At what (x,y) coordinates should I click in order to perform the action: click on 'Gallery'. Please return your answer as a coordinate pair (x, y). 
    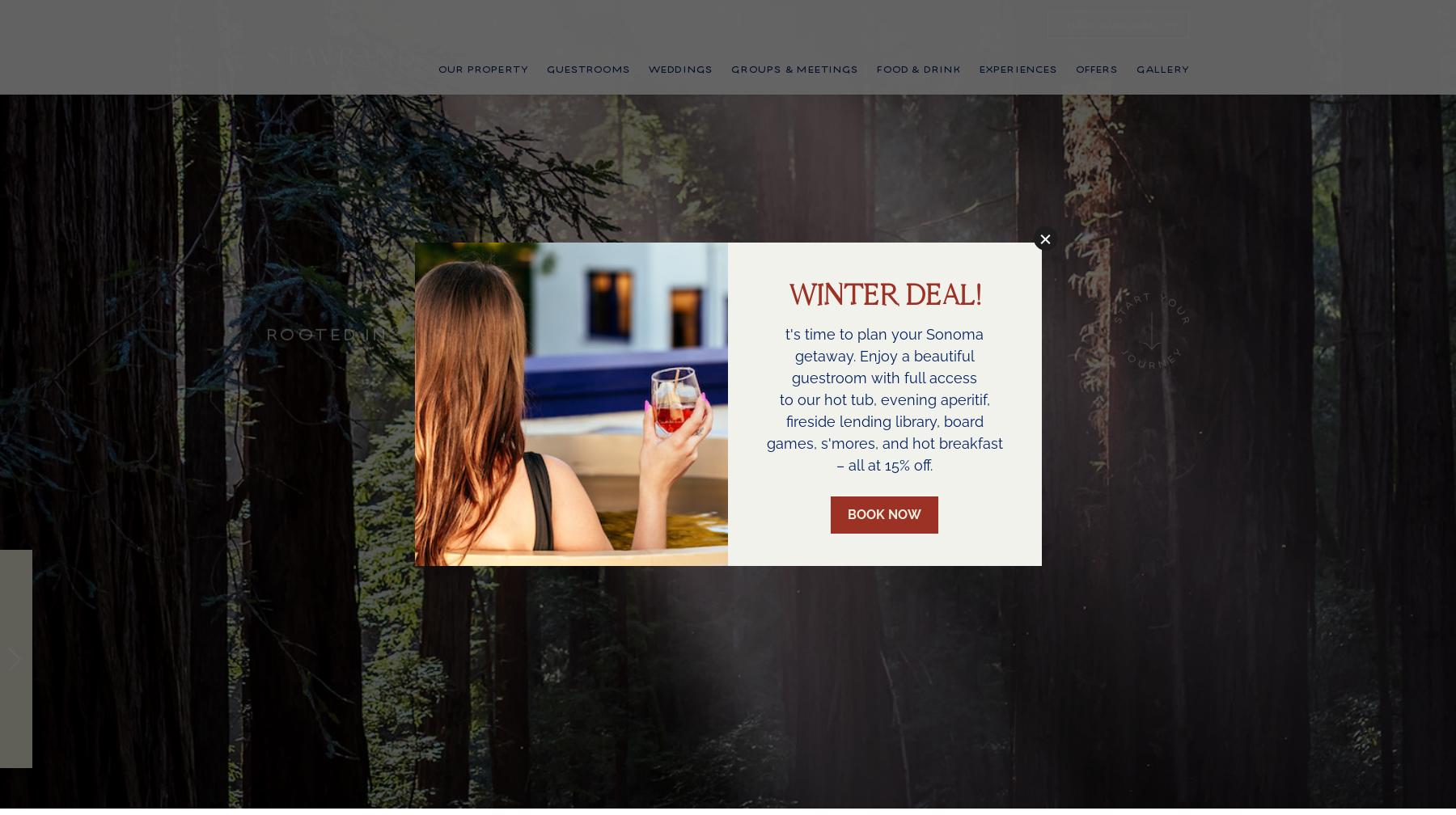
    Looking at the image, I should click on (1135, 91).